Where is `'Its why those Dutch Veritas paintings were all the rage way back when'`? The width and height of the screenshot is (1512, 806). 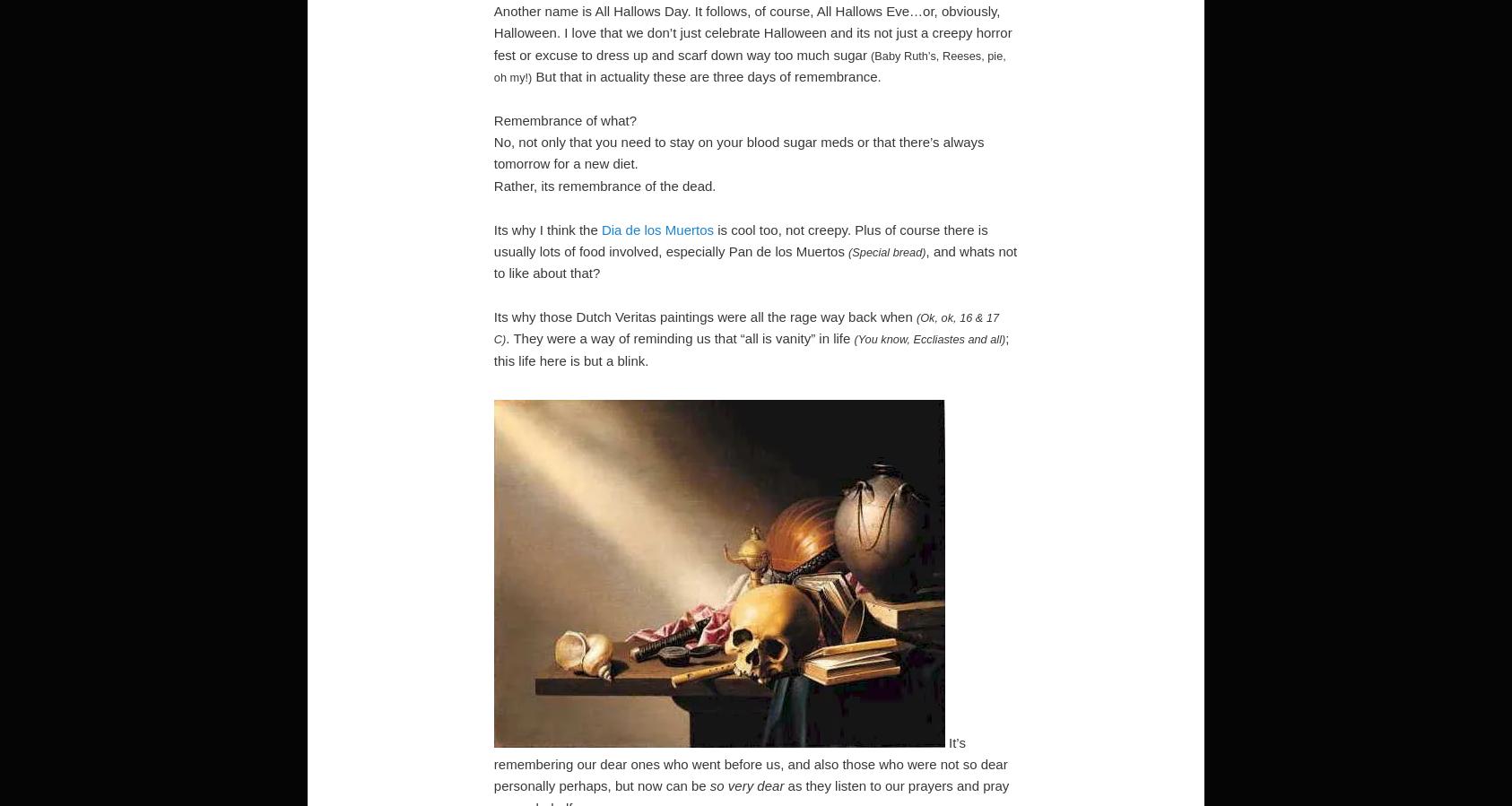
'Its why those Dutch Veritas paintings were all the rage way back when' is located at coordinates (704, 316).